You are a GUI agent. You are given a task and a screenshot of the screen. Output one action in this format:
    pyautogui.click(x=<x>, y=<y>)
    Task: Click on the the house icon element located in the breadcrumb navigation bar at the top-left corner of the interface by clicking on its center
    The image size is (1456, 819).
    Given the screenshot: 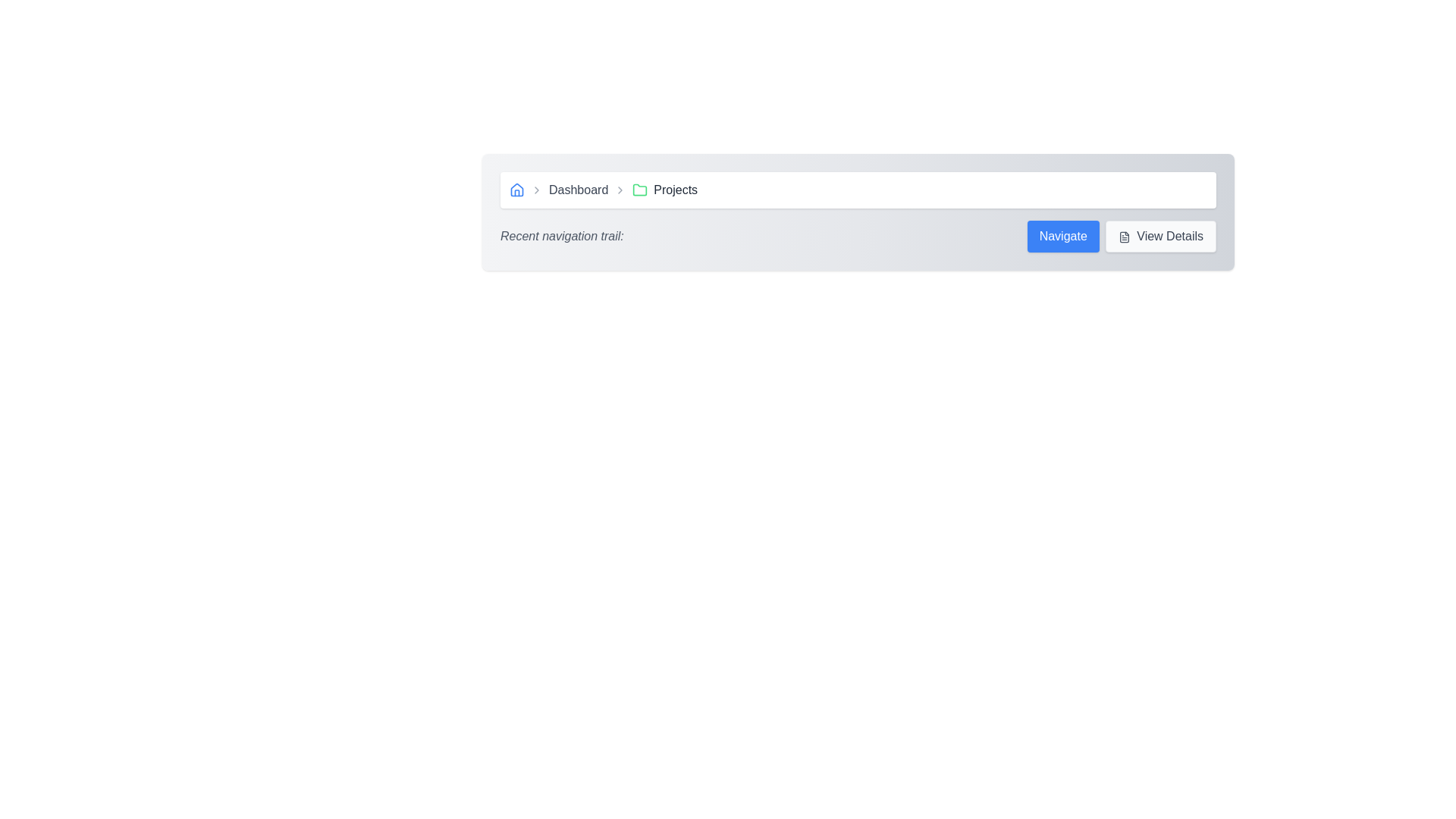 What is the action you would take?
    pyautogui.click(x=516, y=189)
    